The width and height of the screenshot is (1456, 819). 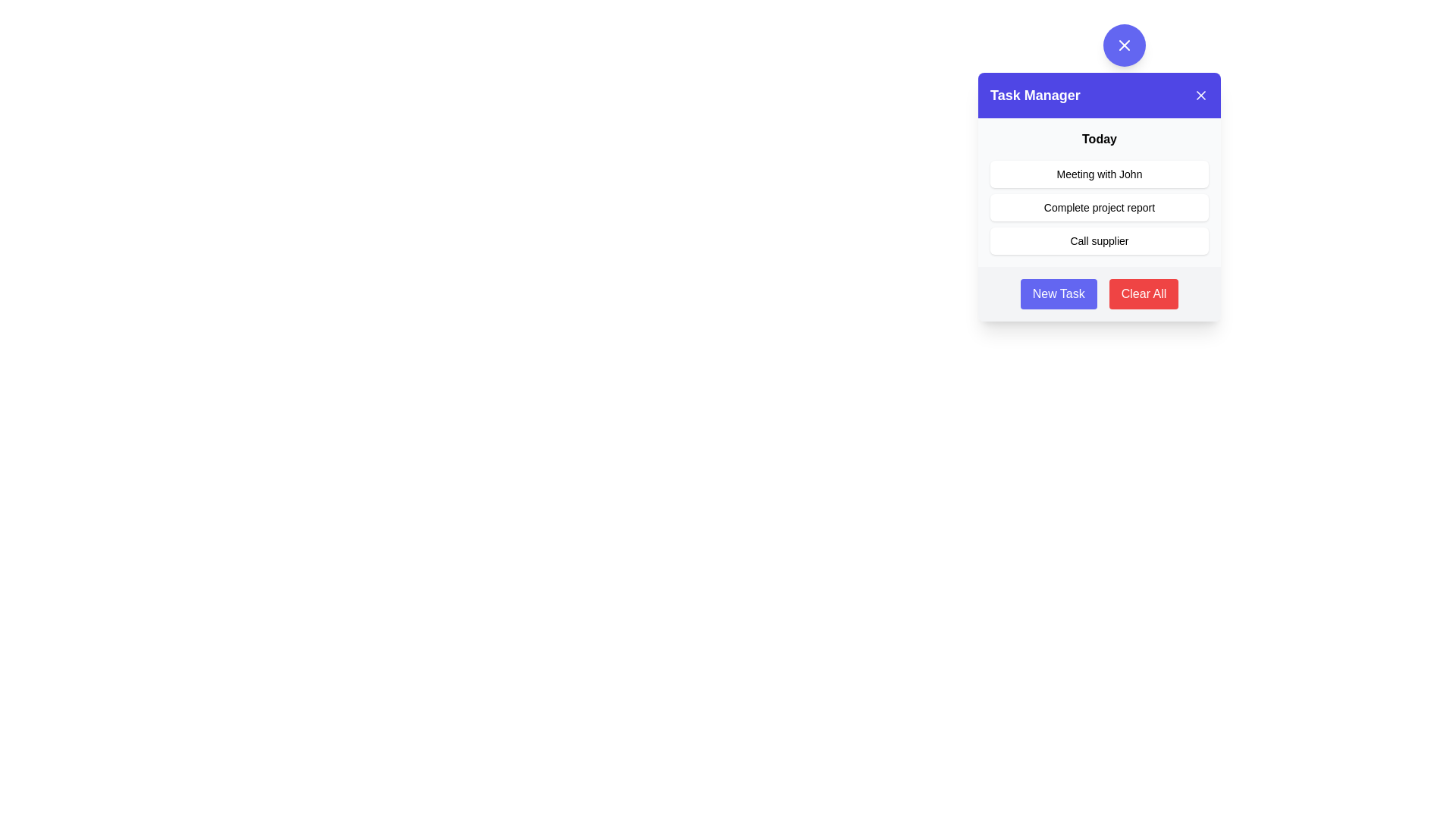 What do you see at coordinates (1099, 240) in the screenshot?
I see `the third text label in the 'Task Manager' dialog box that represents a task in a to-do list, positioned between 'Complete project report' and the buttons 'New Task' and 'Clear All'` at bounding box center [1099, 240].